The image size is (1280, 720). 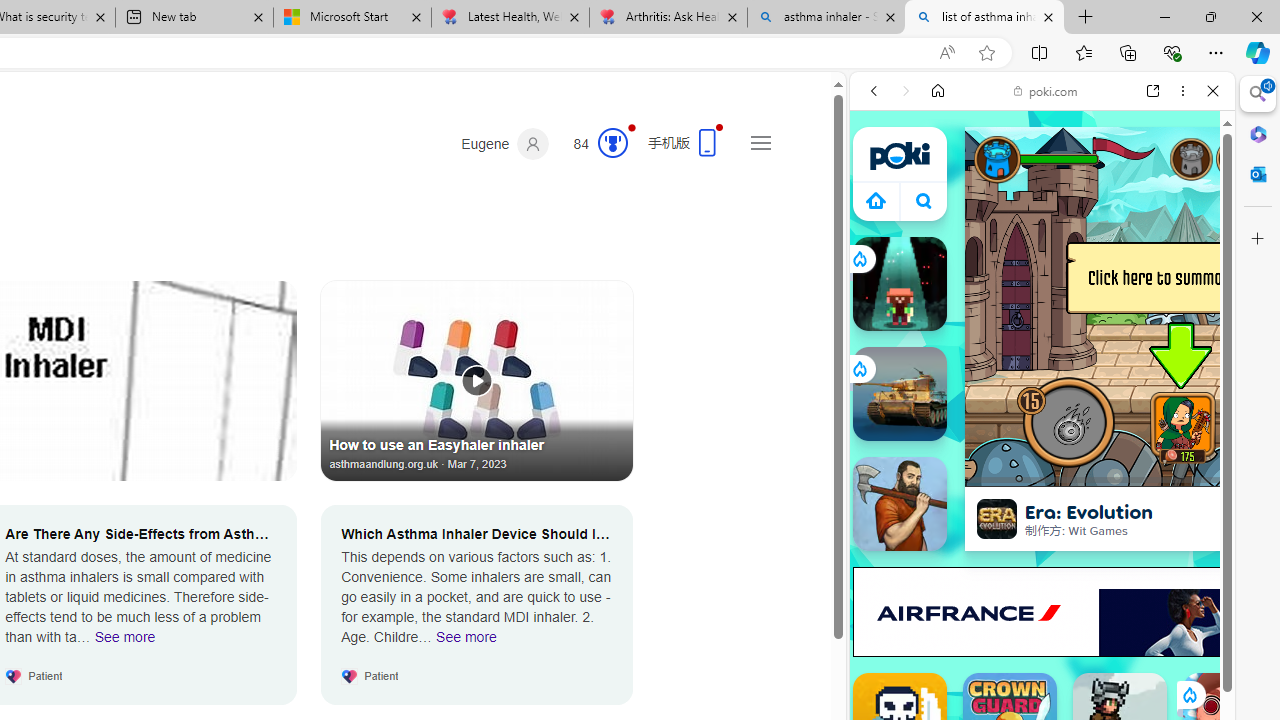 I want to click on 'Class: B_5ykBA46kDOxiz_R9wm', so click(x=923, y=200).